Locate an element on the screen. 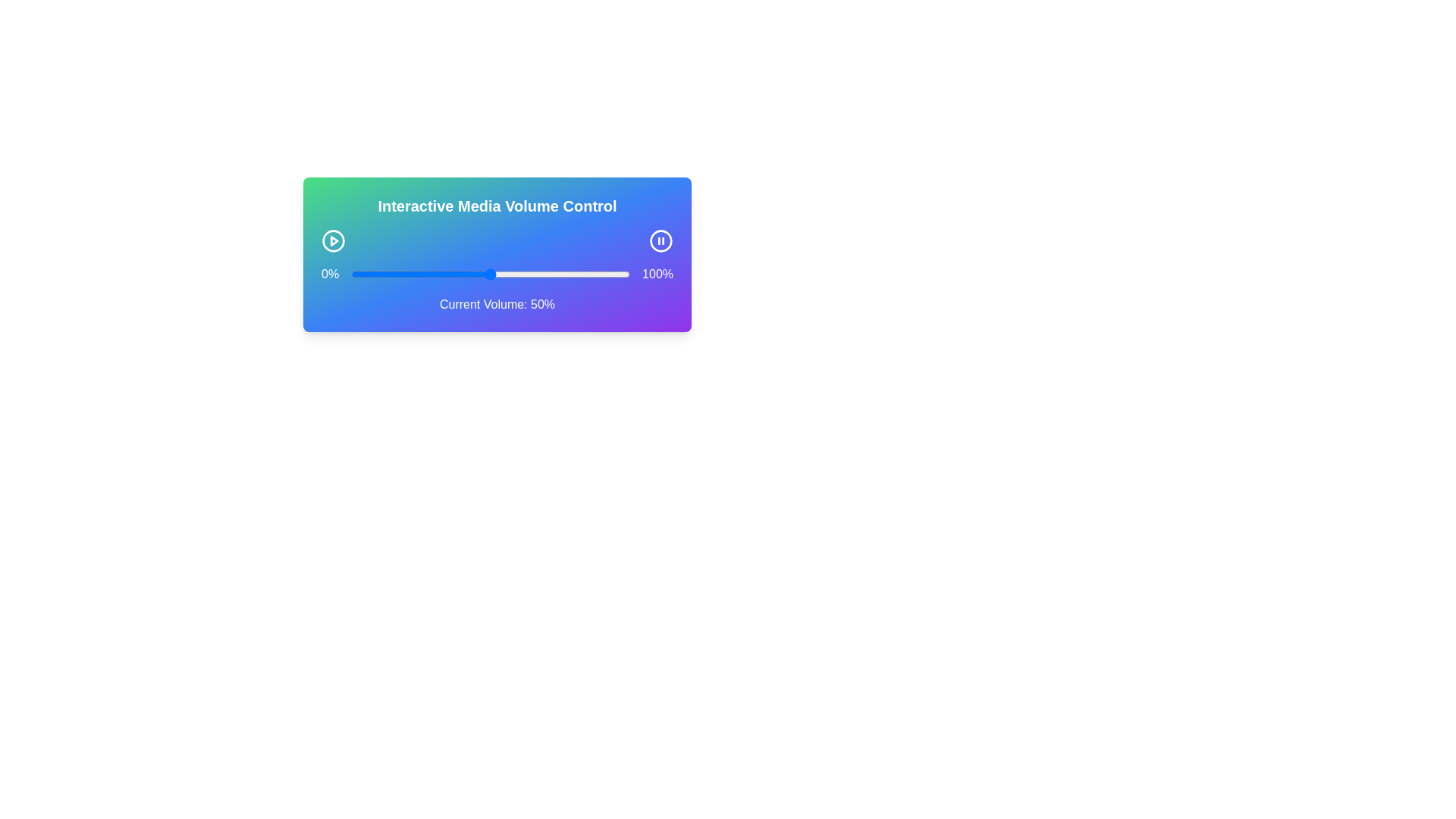 The image size is (1456, 819). the volume to 60% by dragging the slider is located at coordinates (518, 275).